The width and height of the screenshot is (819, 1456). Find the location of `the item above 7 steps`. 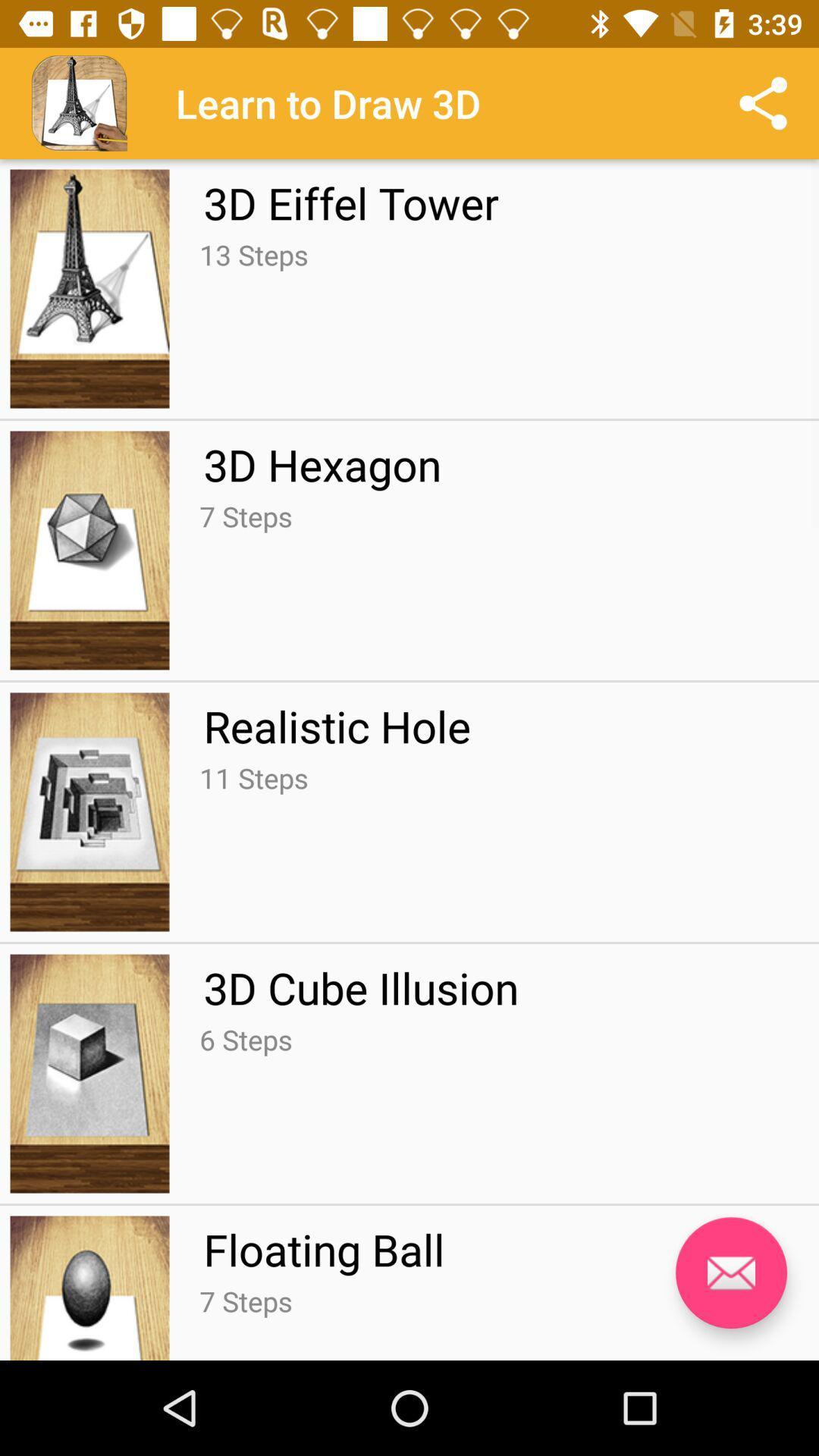

the item above 7 steps is located at coordinates (323, 1249).